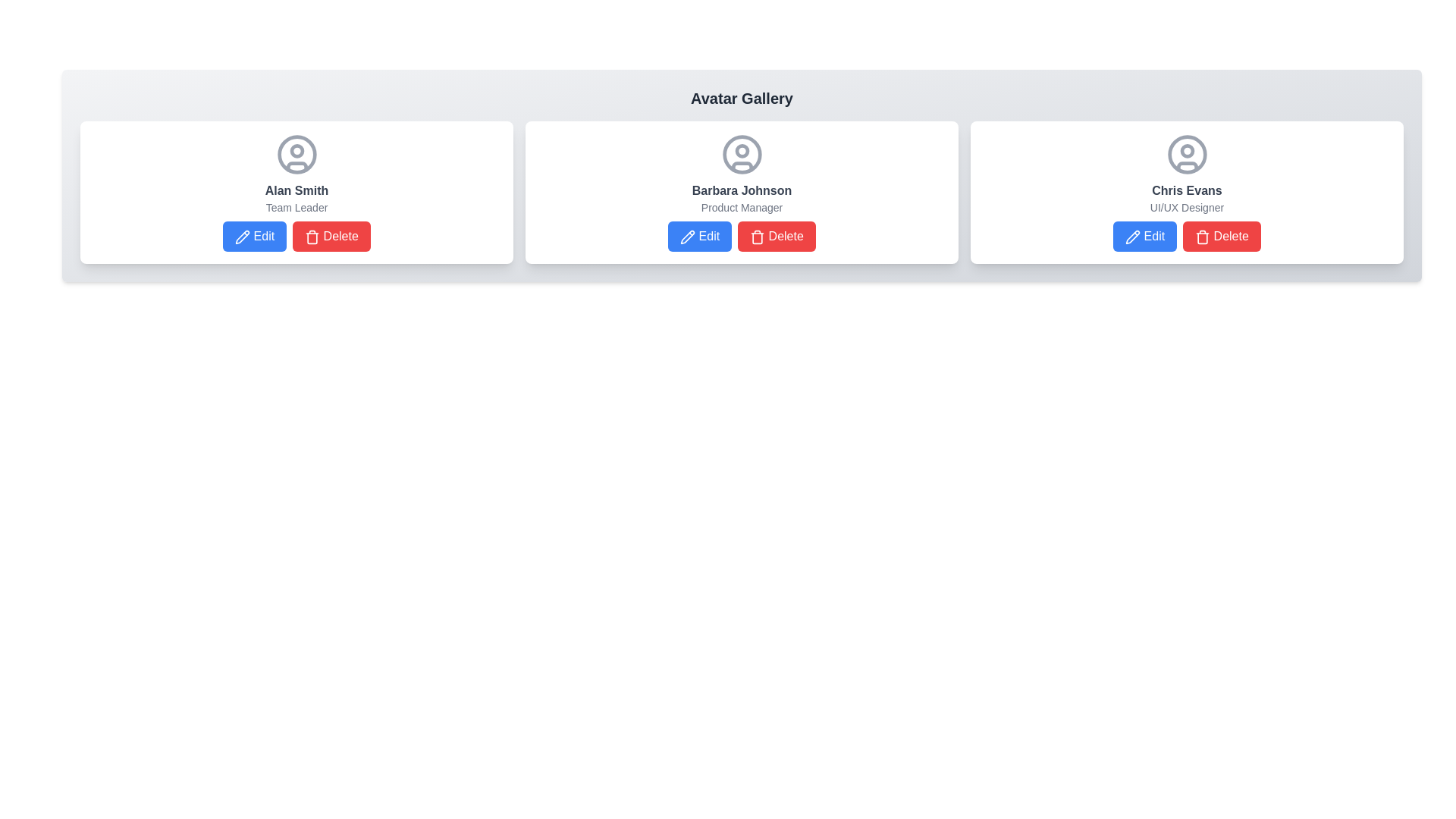 The width and height of the screenshot is (1456, 819). I want to click on the inner smaller circular graphical element of the user avatar for 'Alan Smith', the first user card at the top, so click(297, 151).